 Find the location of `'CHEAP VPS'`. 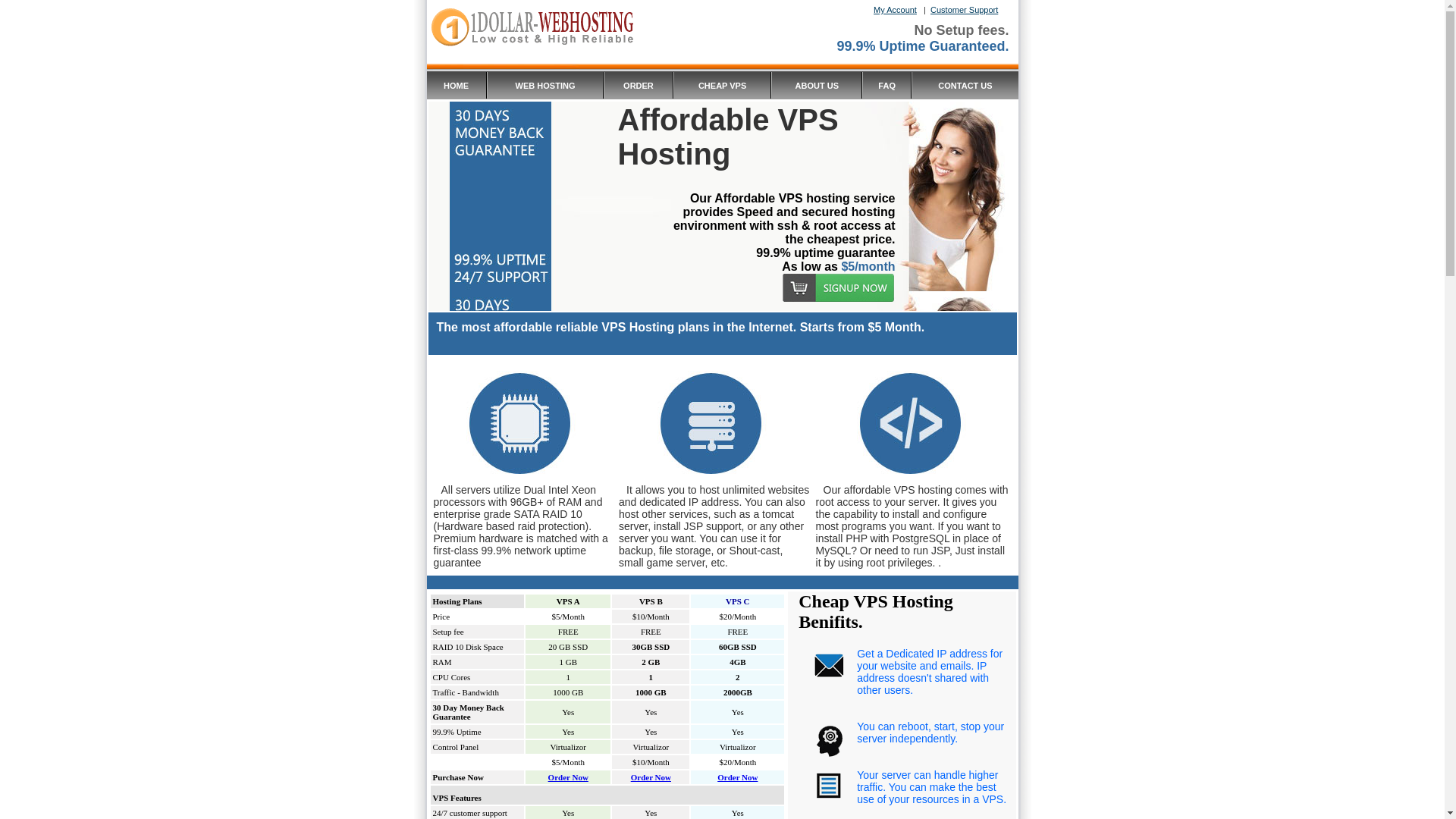

'CHEAP VPS' is located at coordinates (721, 84).